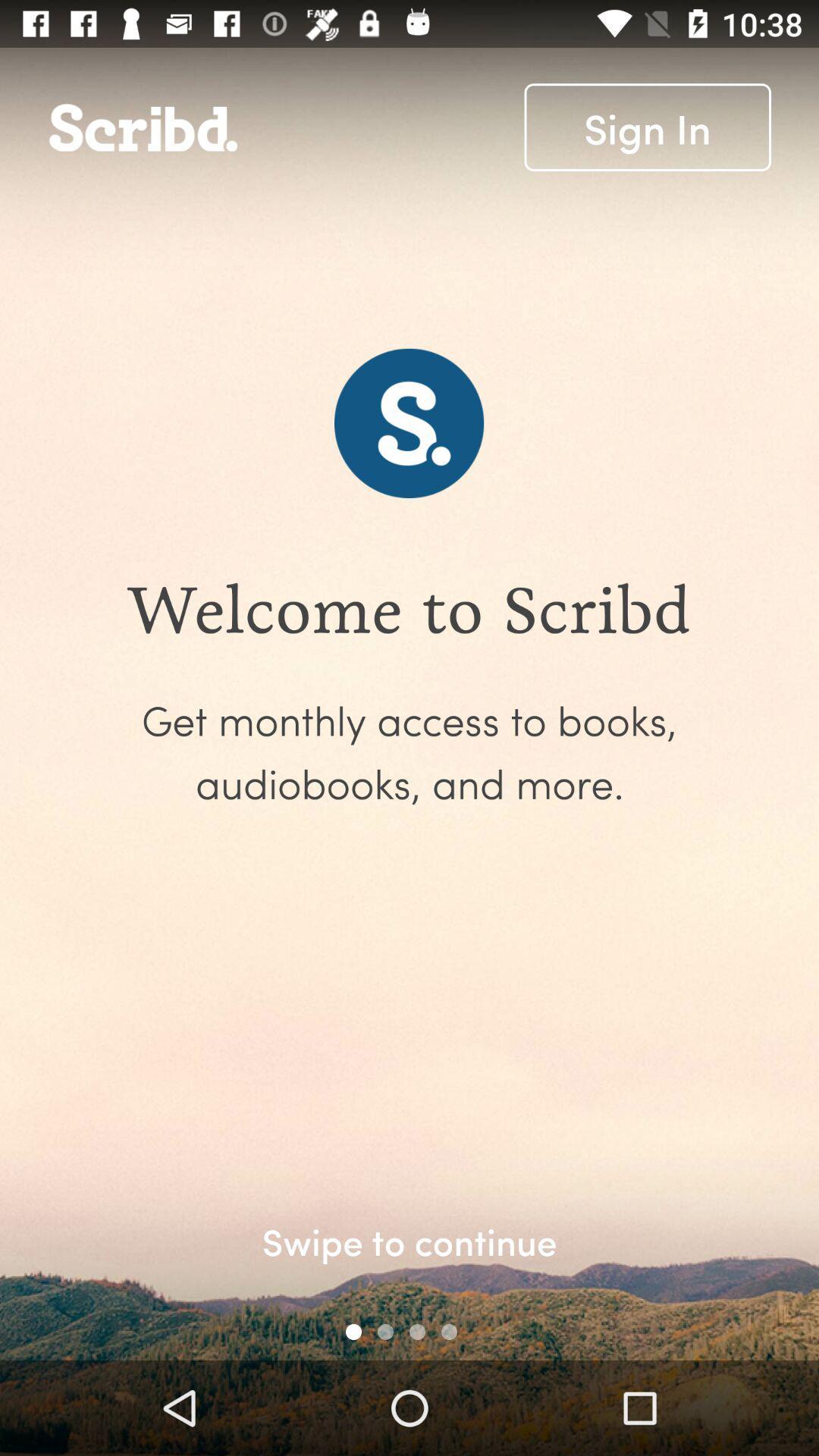  I want to click on the item above welcome to scribd item, so click(648, 127).